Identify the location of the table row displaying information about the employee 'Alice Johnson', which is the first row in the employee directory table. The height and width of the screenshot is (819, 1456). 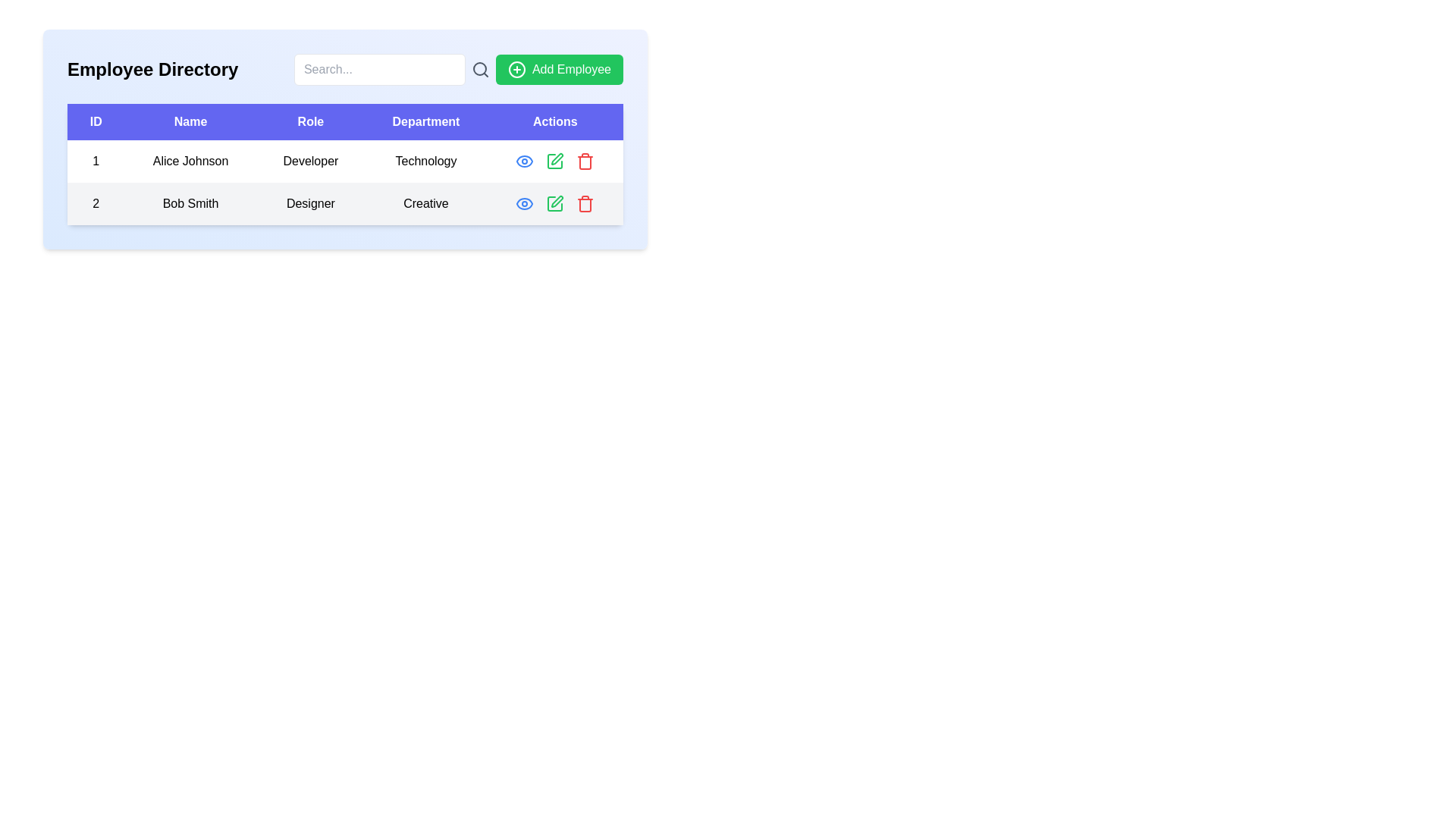
(344, 161).